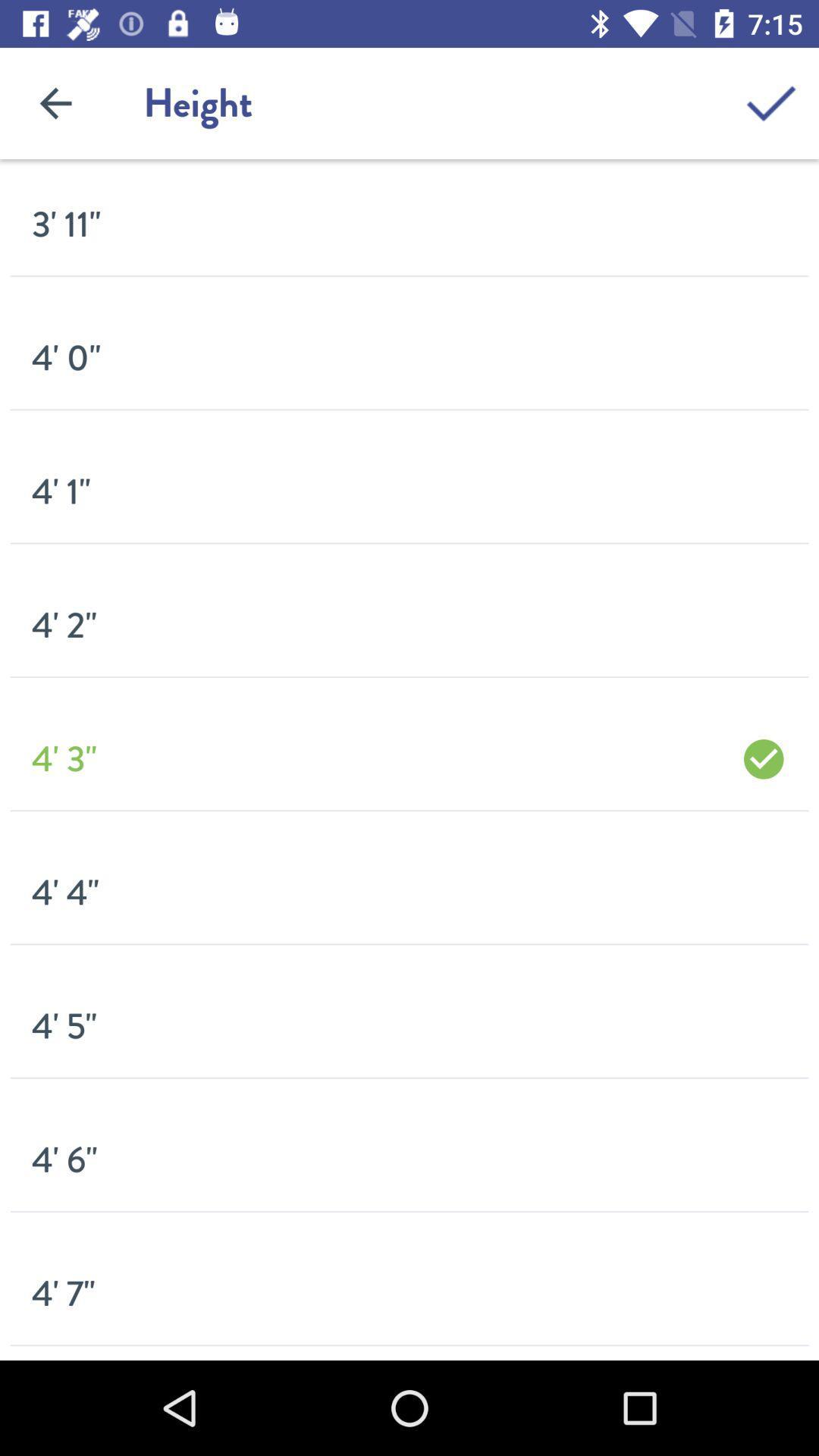 This screenshot has width=819, height=1456. Describe the element at coordinates (771, 102) in the screenshot. I see `item next to height` at that location.